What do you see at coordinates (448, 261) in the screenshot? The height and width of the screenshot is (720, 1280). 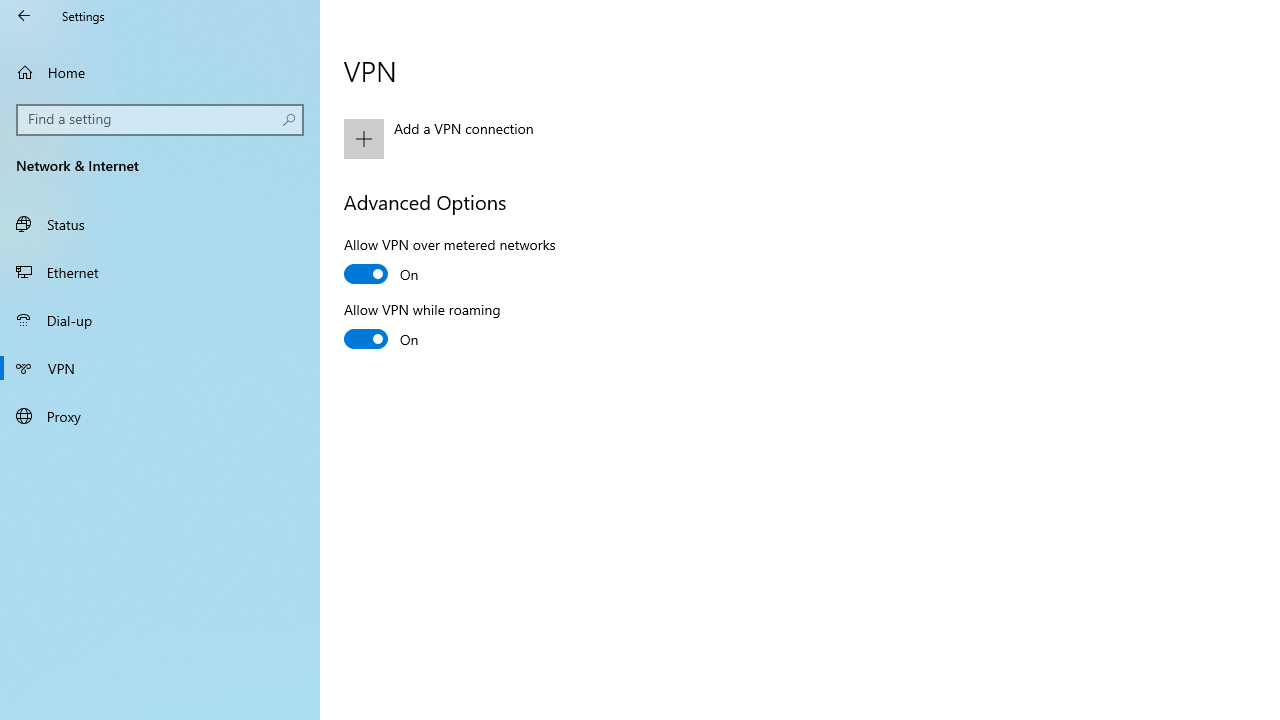 I see `'Allow VPN over metered networks'` at bounding box center [448, 261].